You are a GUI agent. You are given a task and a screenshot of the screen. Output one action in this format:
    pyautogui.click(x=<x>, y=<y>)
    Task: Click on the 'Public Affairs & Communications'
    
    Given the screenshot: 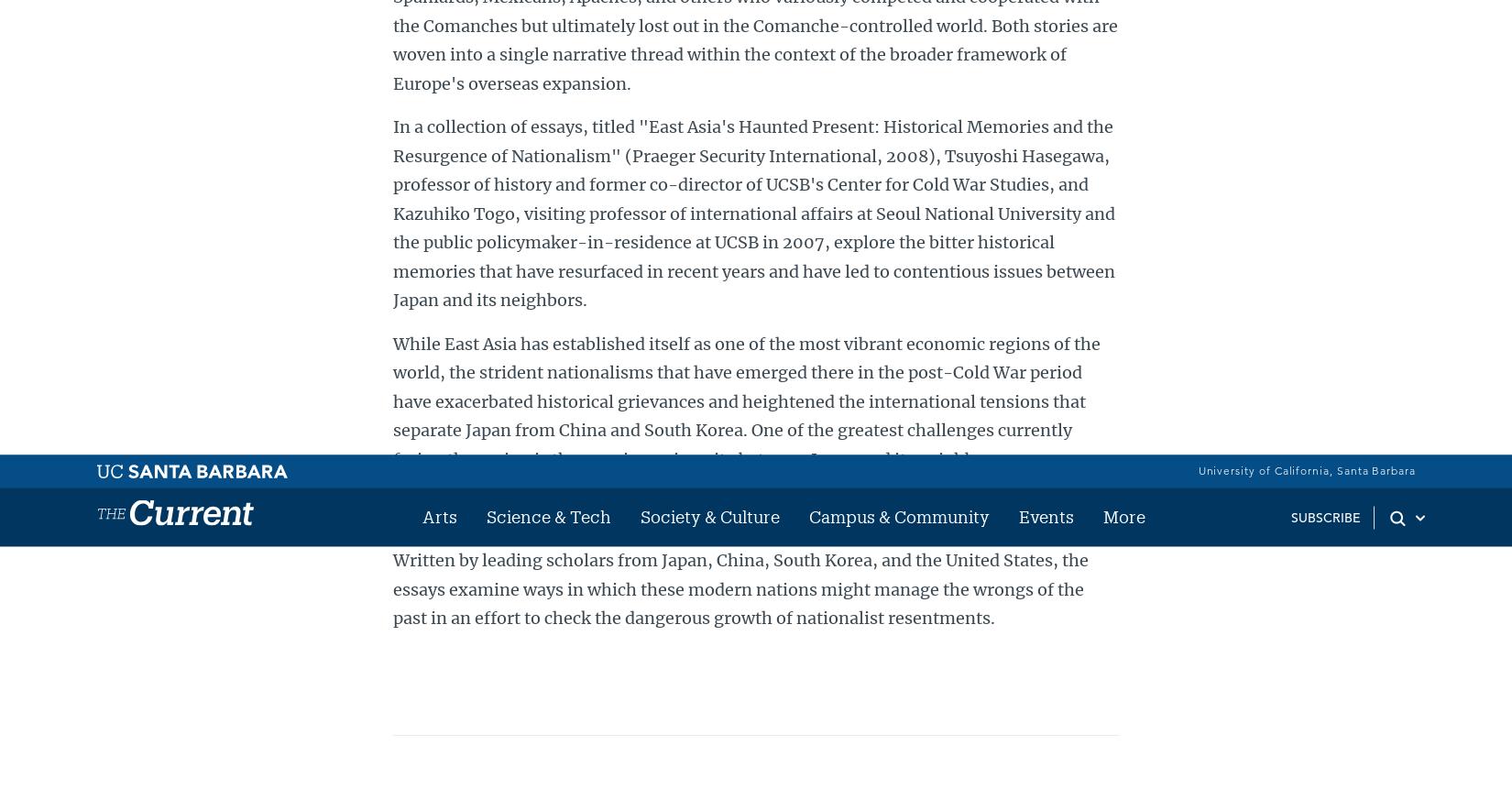 What is the action you would take?
    pyautogui.click(x=974, y=115)
    